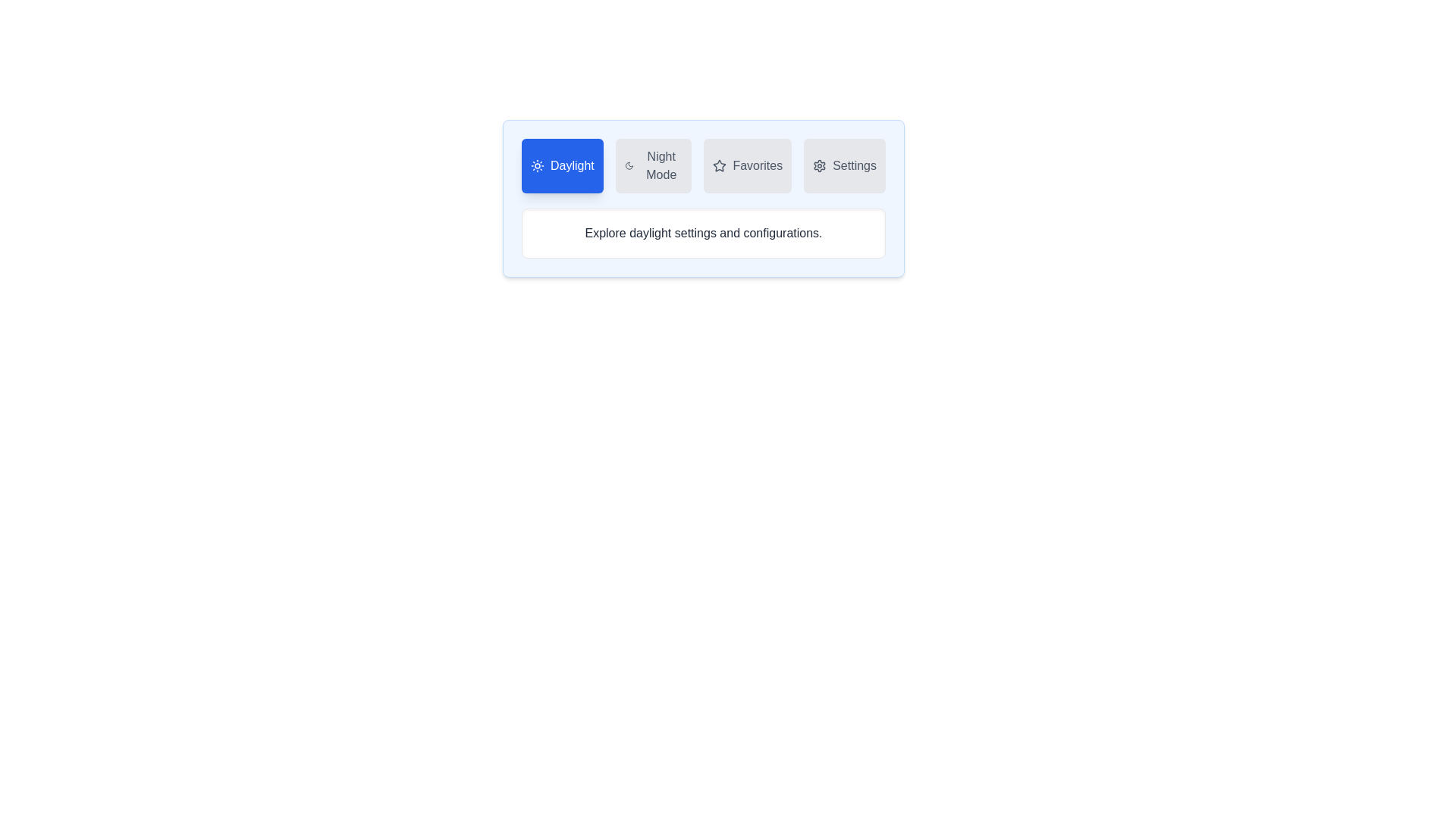 This screenshot has height=819, width=1456. I want to click on the Settings tab to observe hover effects, so click(844, 166).